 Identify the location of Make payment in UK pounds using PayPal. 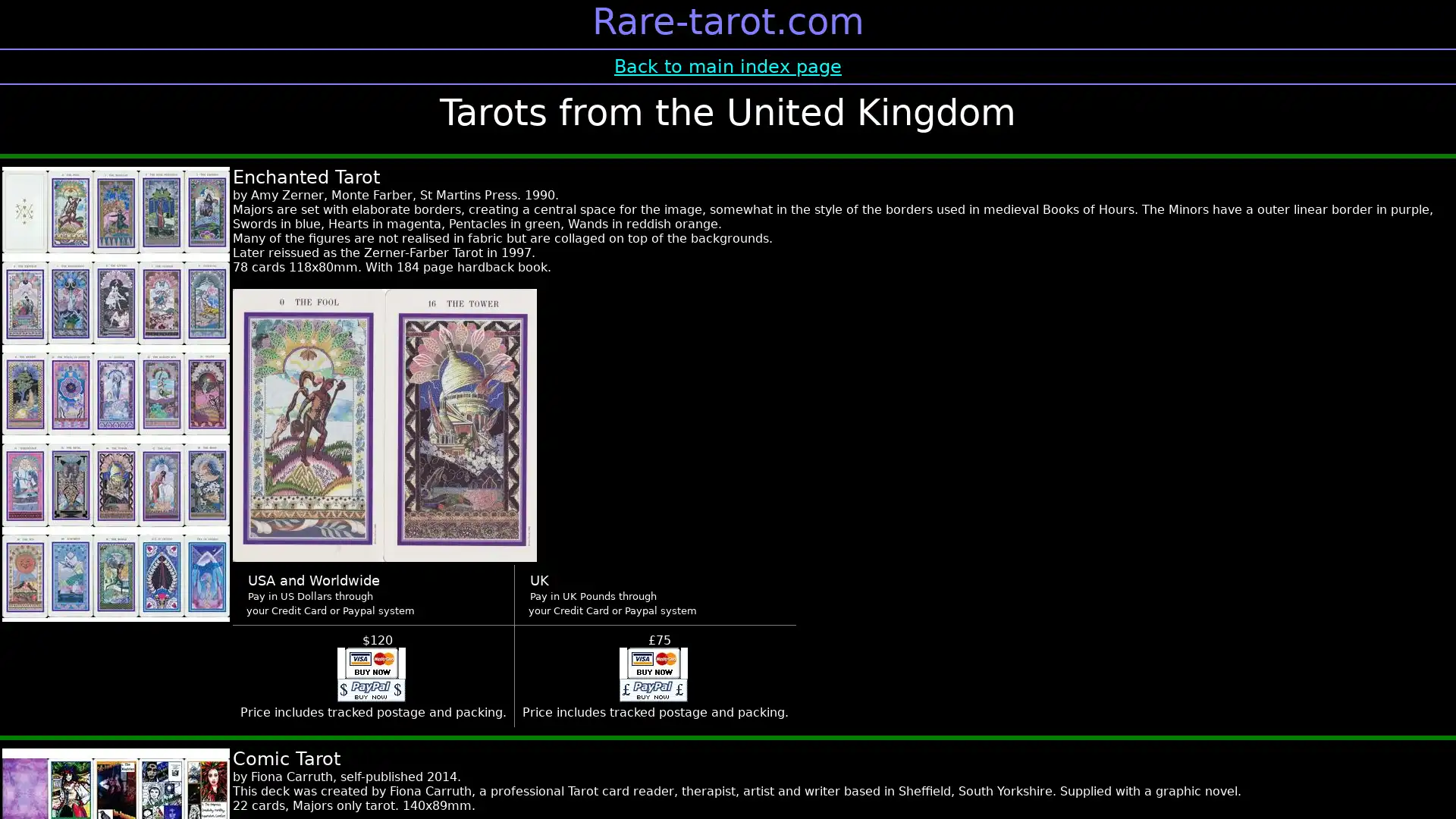
(652, 674).